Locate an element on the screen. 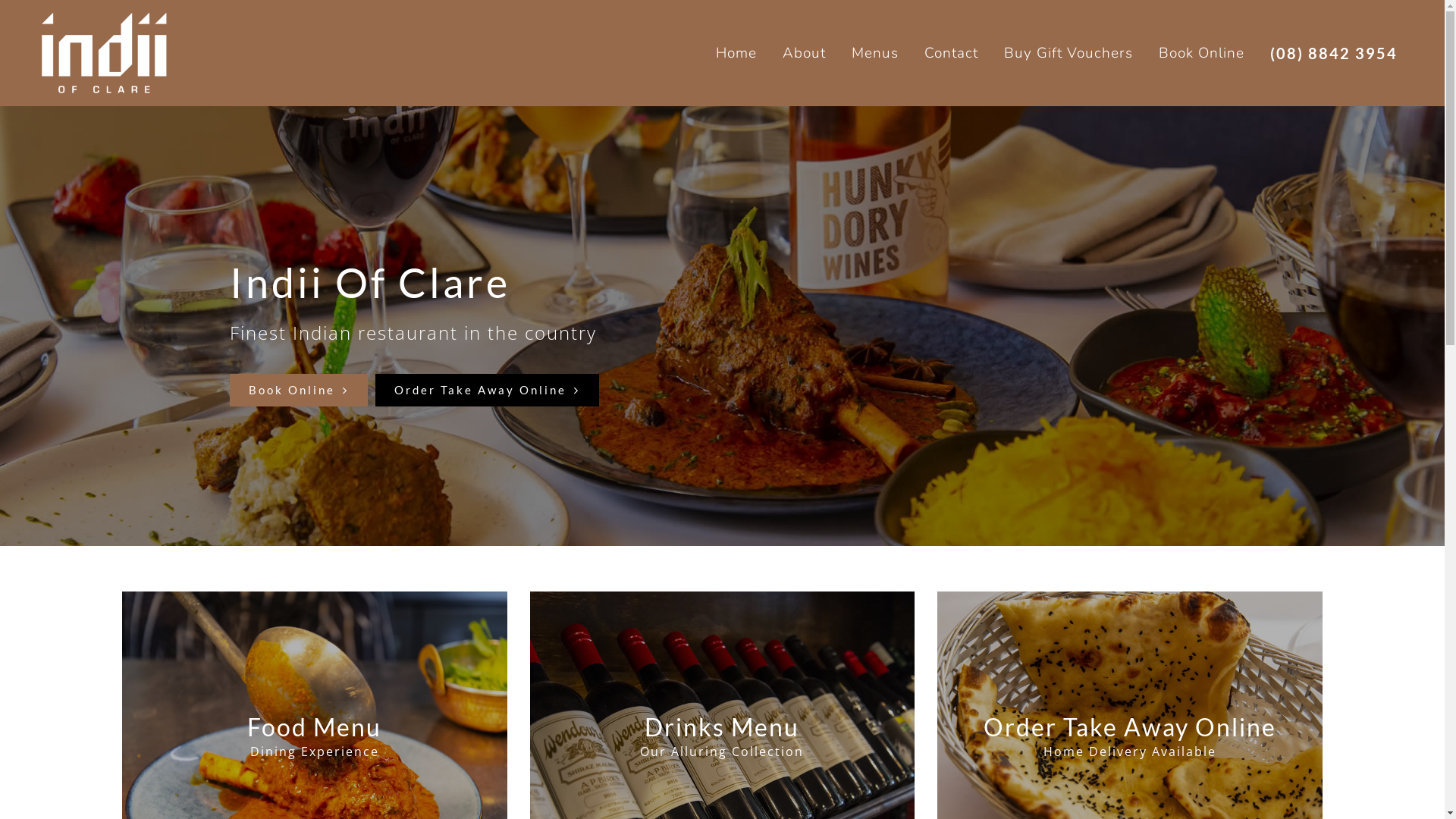 Image resolution: width=1456 pixels, height=819 pixels. 'About' is located at coordinates (803, 52).